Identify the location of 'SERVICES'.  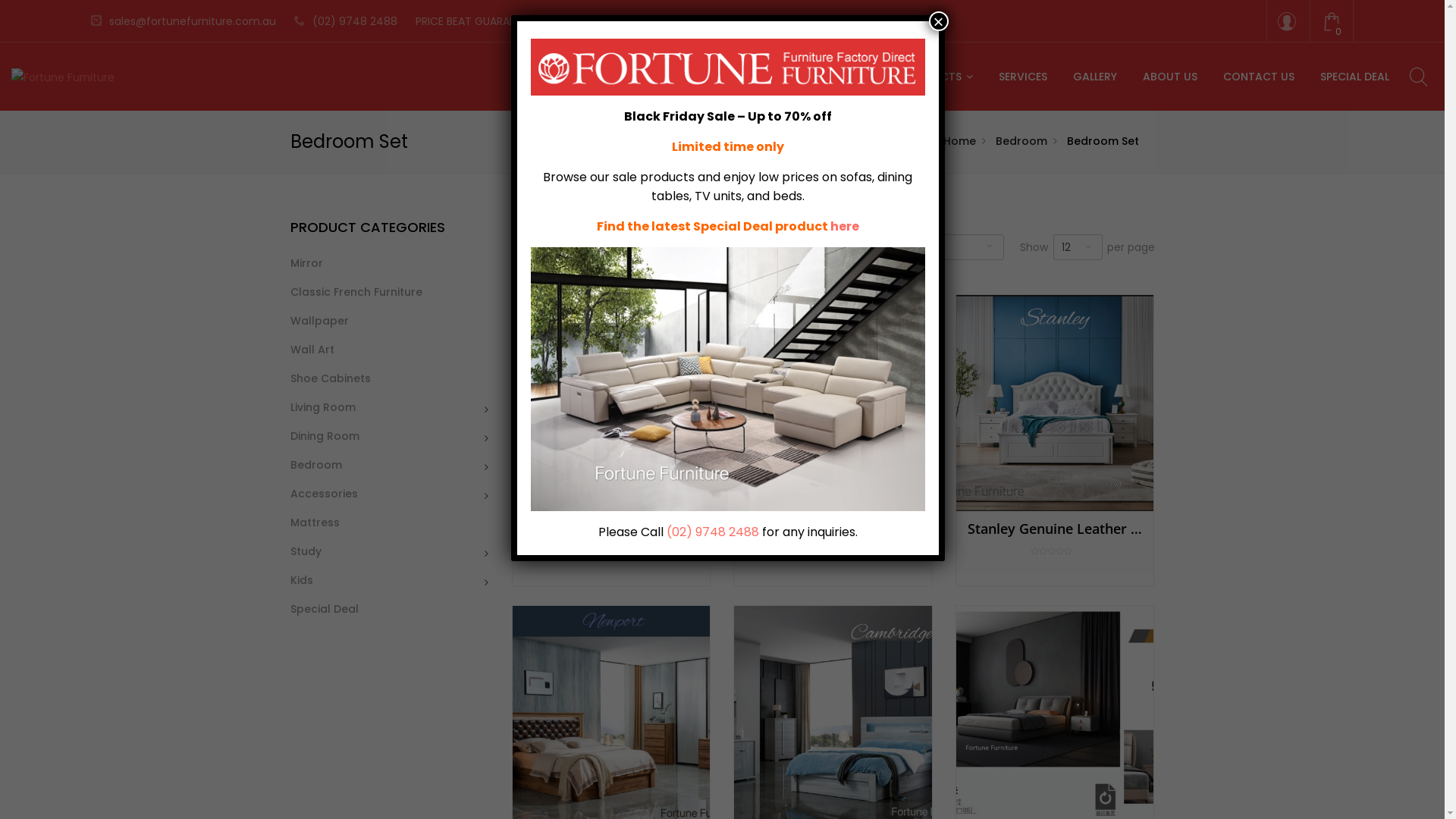
(1022, 76).